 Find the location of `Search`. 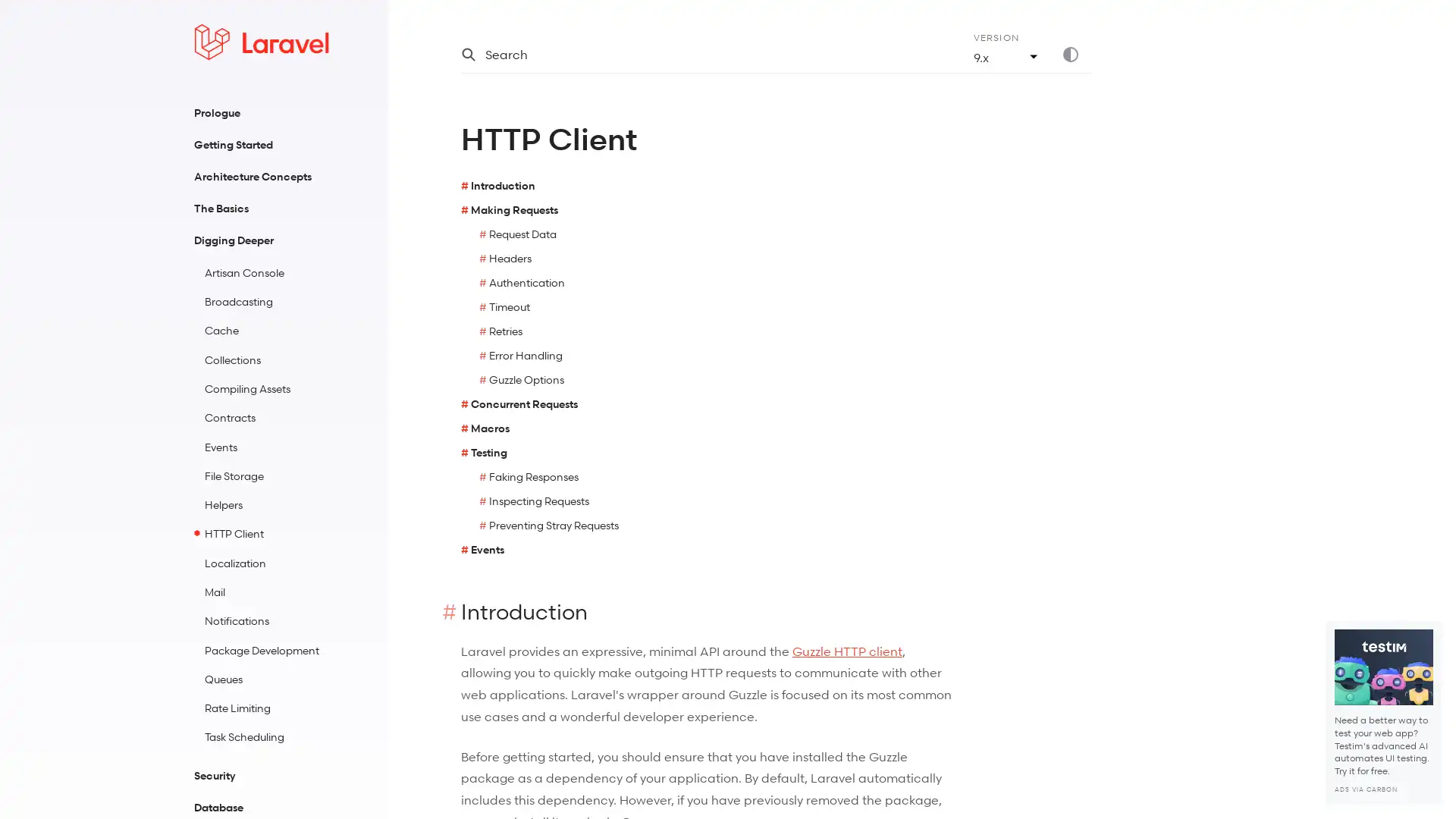

Search is located at coordinates (698, 54).